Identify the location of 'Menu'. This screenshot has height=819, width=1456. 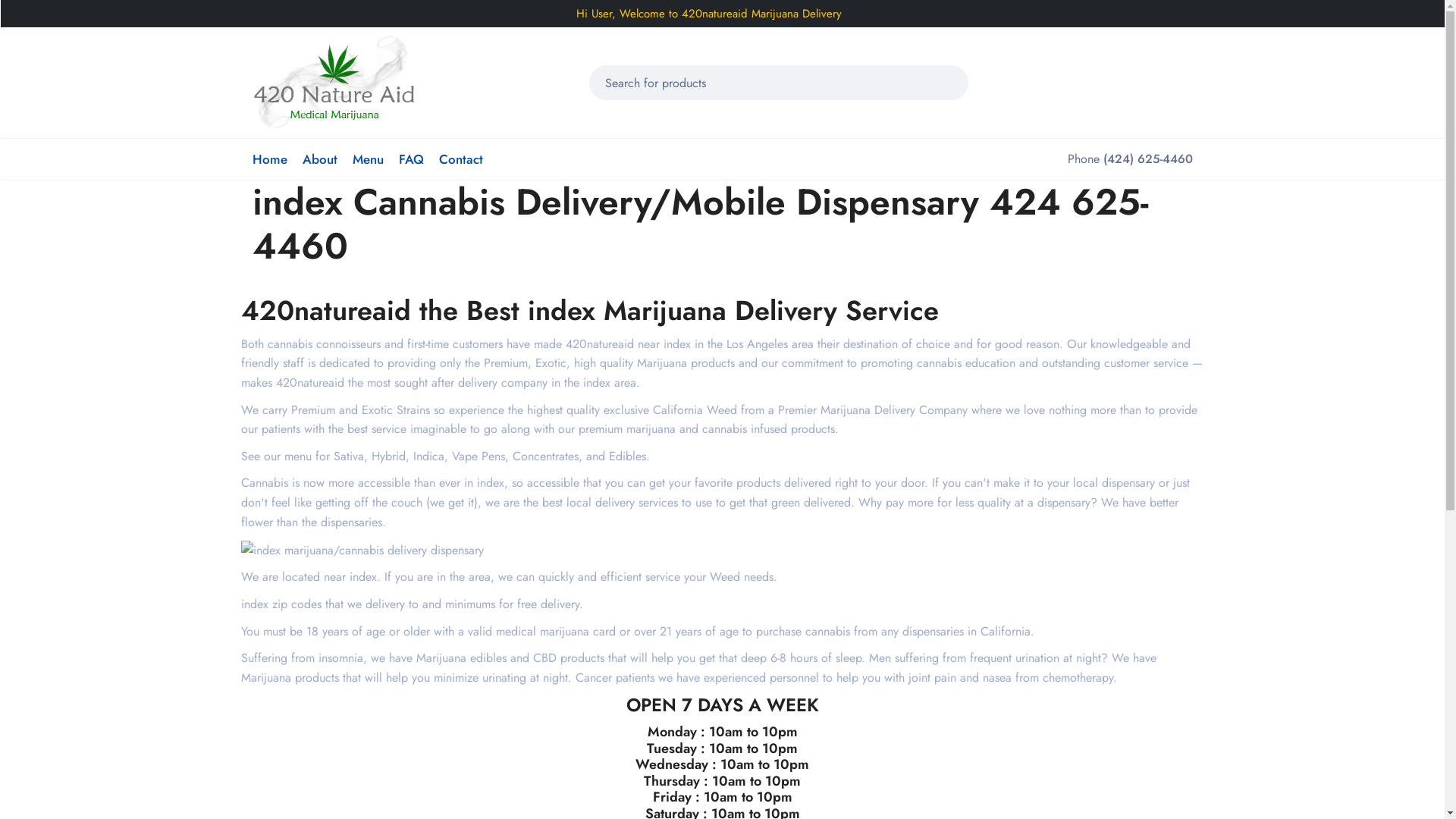
(367, 158).